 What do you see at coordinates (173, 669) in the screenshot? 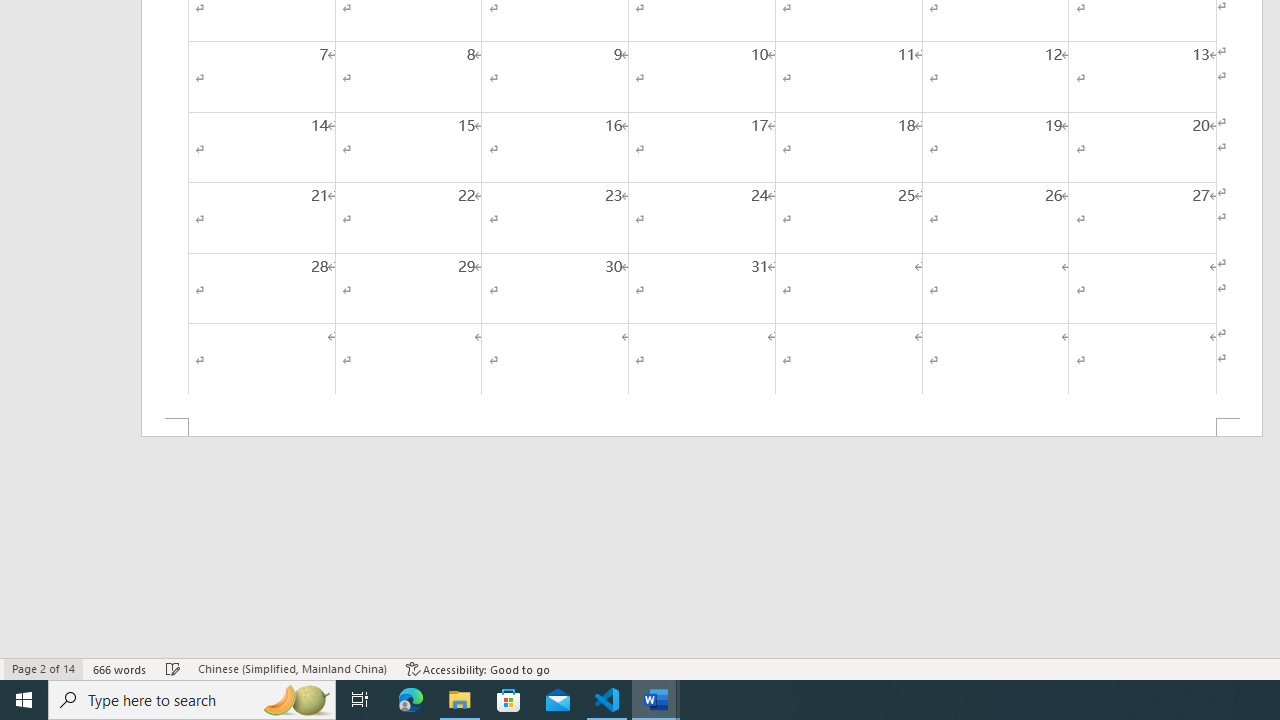
I see `'Spelling and Grammar Check Checking'` at bounding box center [173, 669].